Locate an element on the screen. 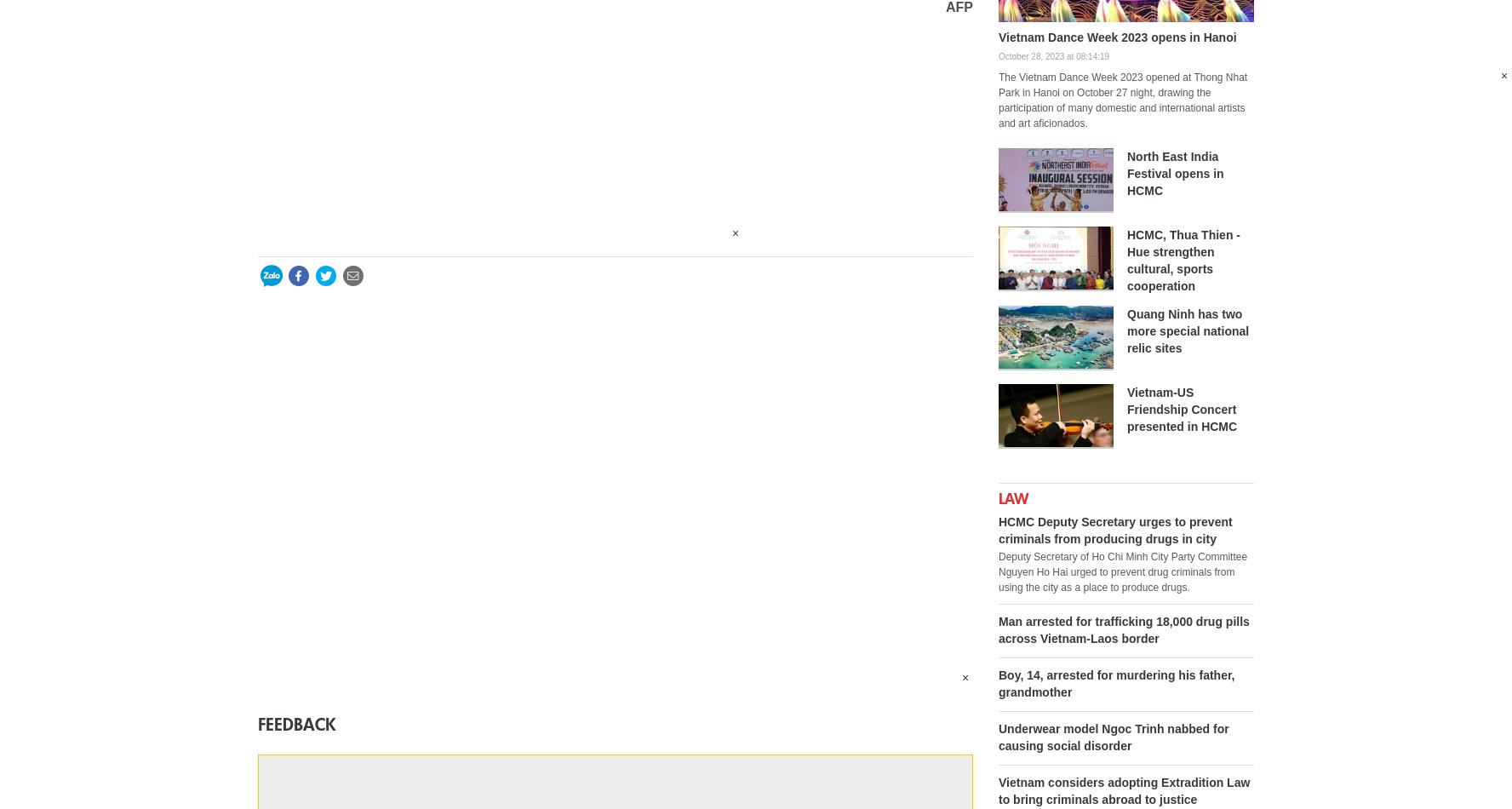 This screenshot has height=809, width=1512. 'HCMC Deputy Secretary urges to prevent criminals from producing drugs in city' is located at coordinates (1114, 529).